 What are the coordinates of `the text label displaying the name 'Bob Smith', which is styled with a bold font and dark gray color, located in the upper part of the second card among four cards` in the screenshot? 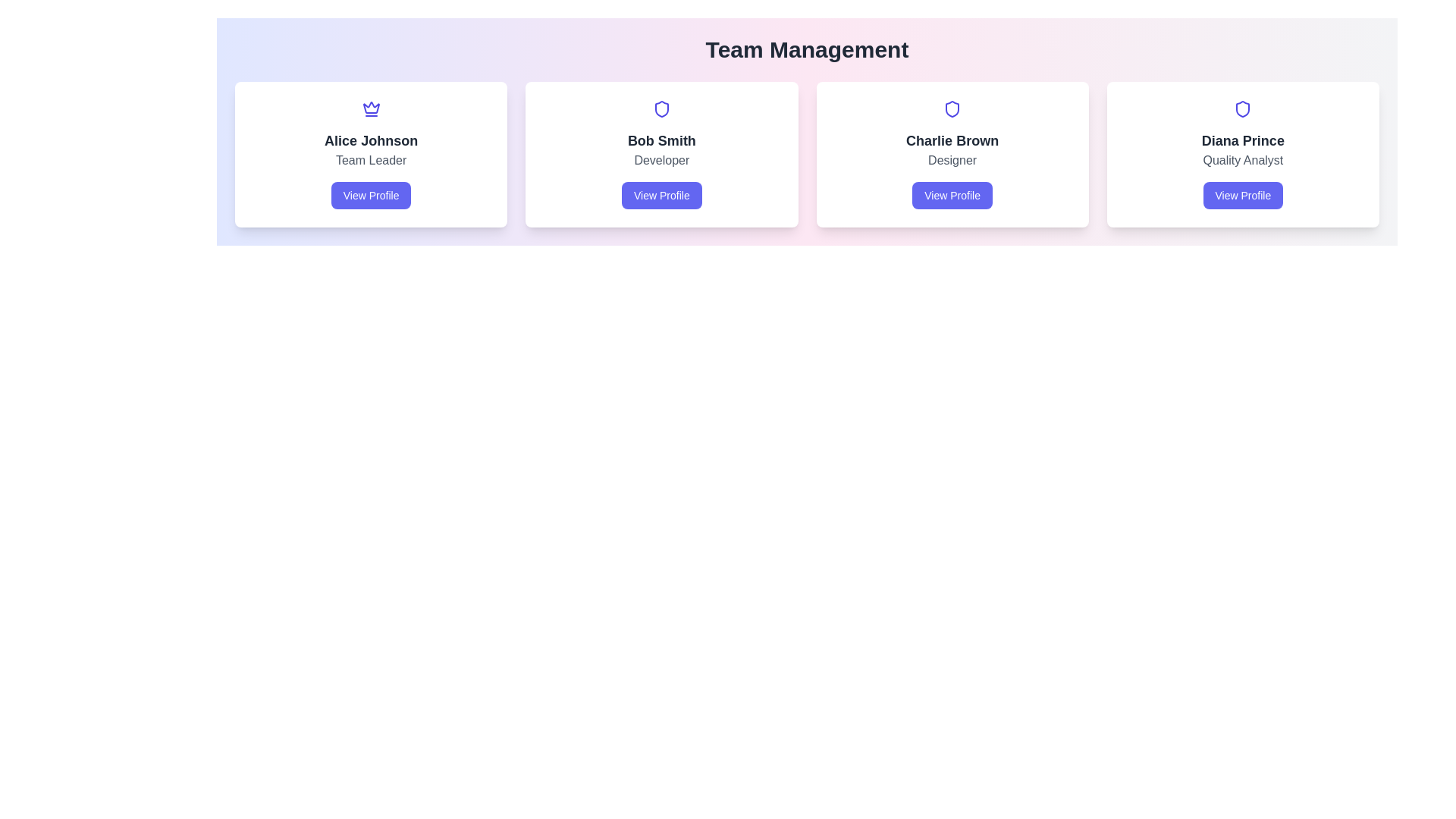 It's located at (661, 140).